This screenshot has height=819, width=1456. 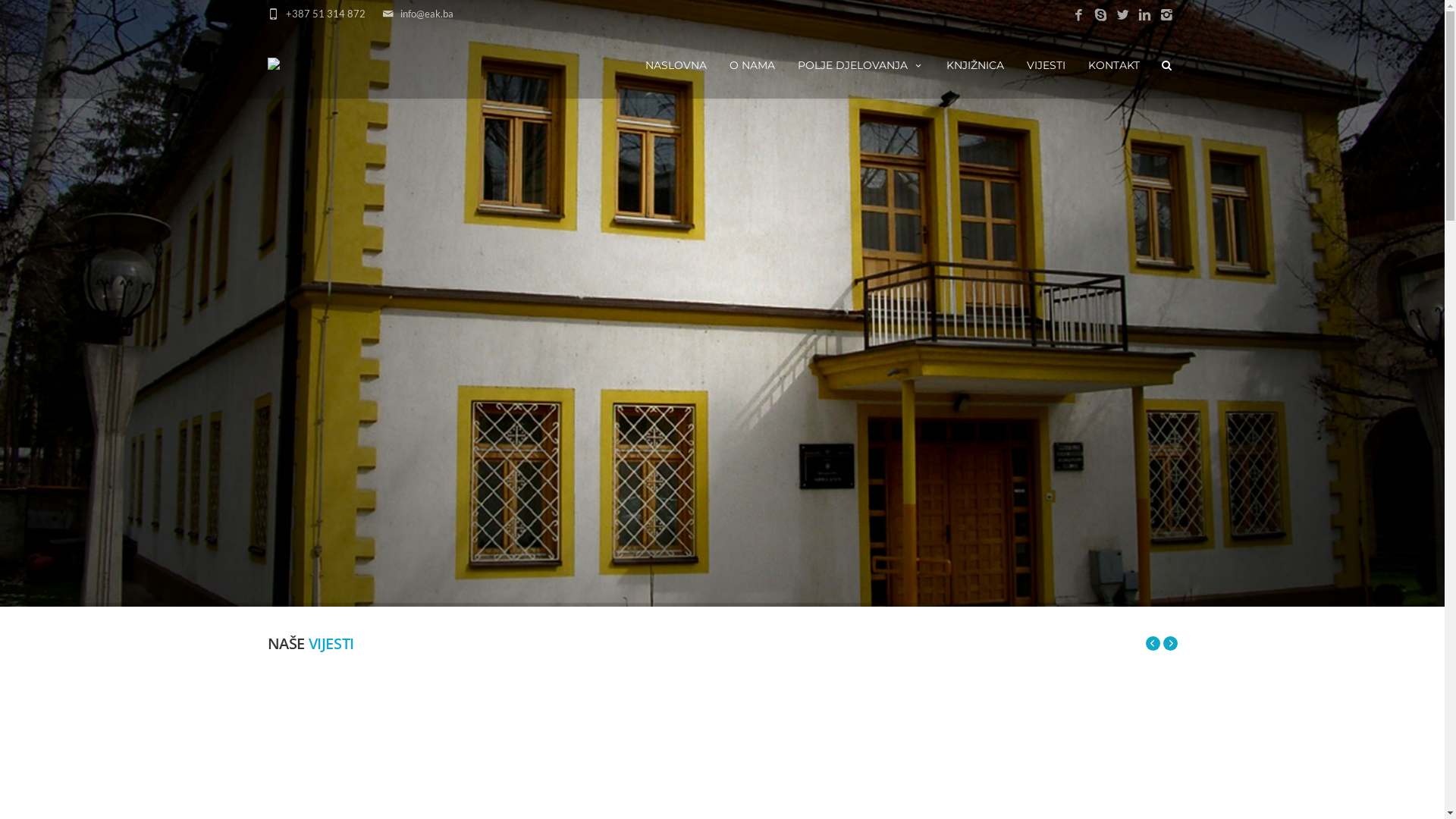 What do you see at coordinates (1122, 15) in the screenshot?
I see `'Twitter'` at bounding box center [1122, 15].